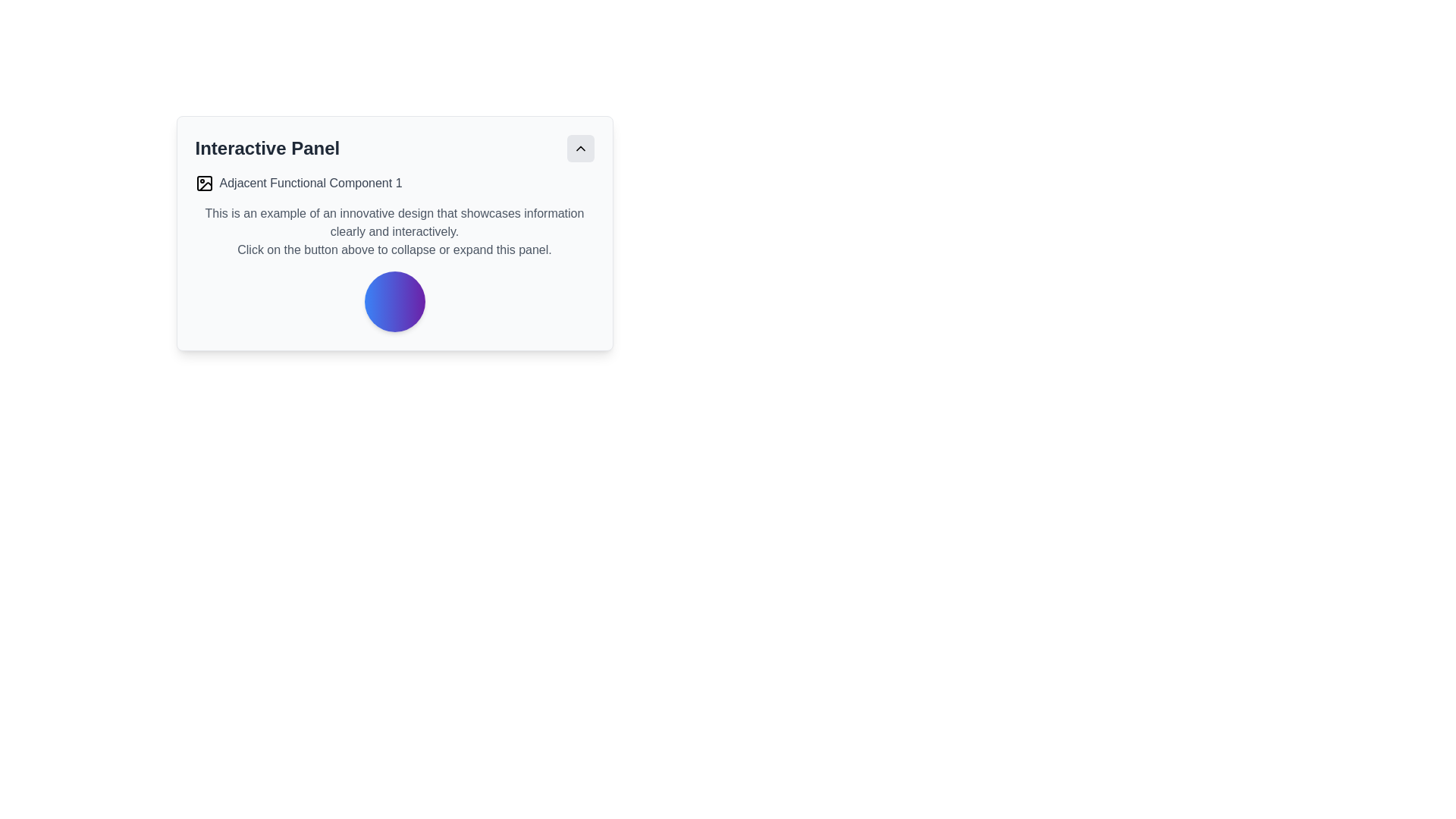 Image resolution: width=1456 pixels, height=819 pixels. I want to click on the text element displaying 'This is an example of an innovative design that showcases information clearly and interactively.' located below the 'Interactive Panel' heading, so click(394, 222).